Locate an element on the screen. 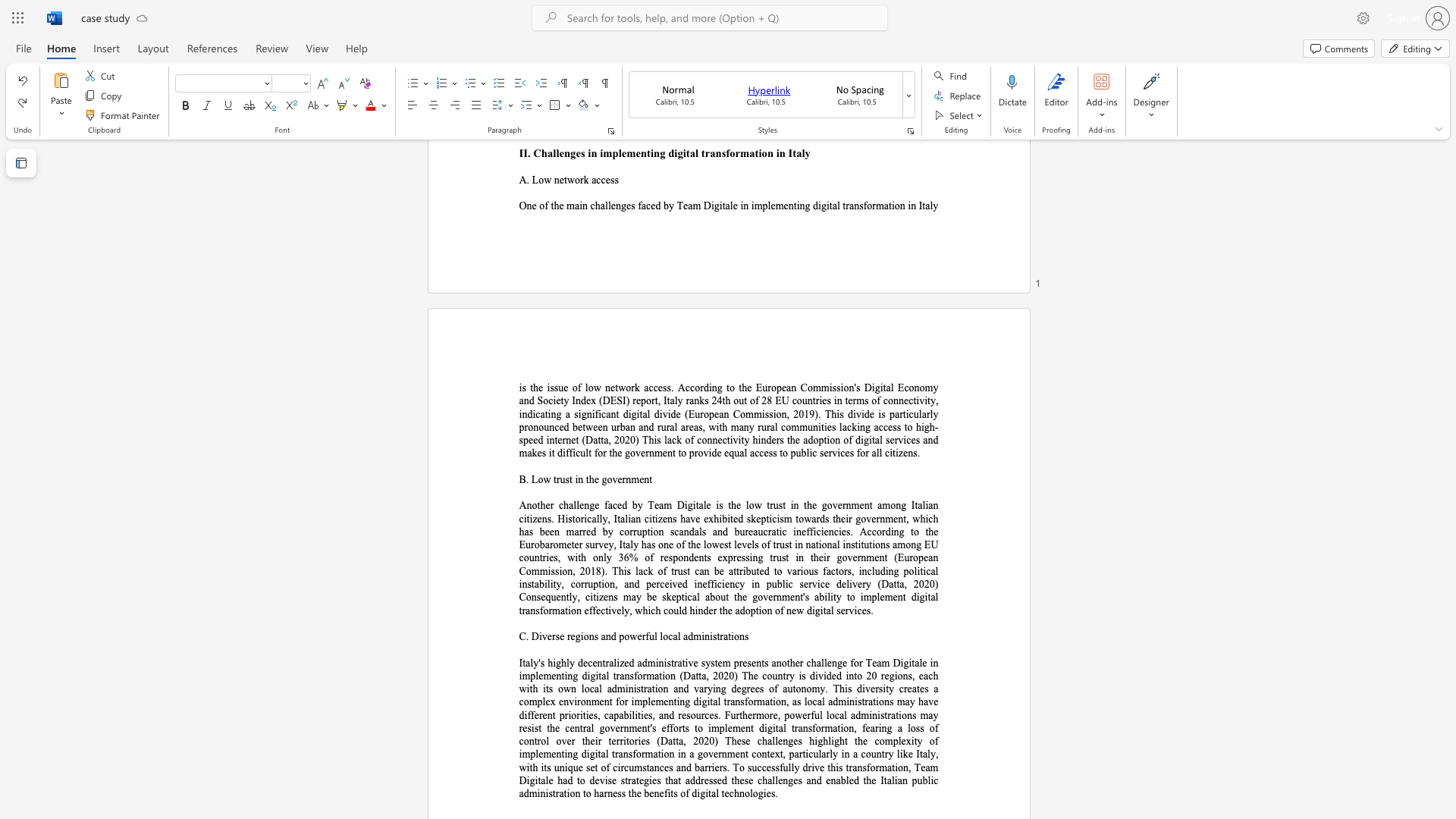 The width and height of the screenshot is (1456, 819). the subset text "e regio" within the text "C. Diverse regions and powerful local administrations" is located at coordinates (559, 636).